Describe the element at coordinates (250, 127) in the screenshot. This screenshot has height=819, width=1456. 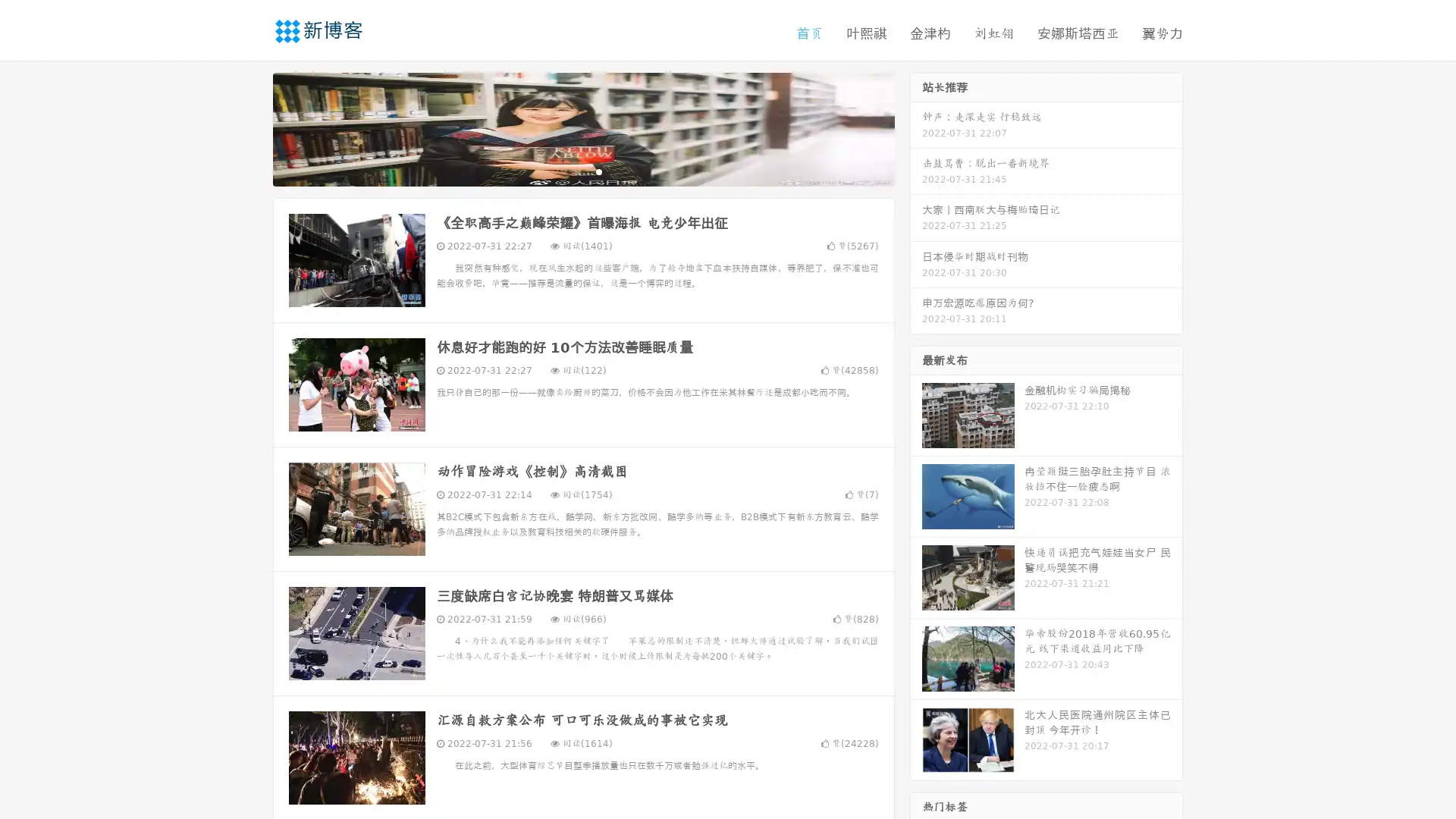
I see `Previous slide` at that location.